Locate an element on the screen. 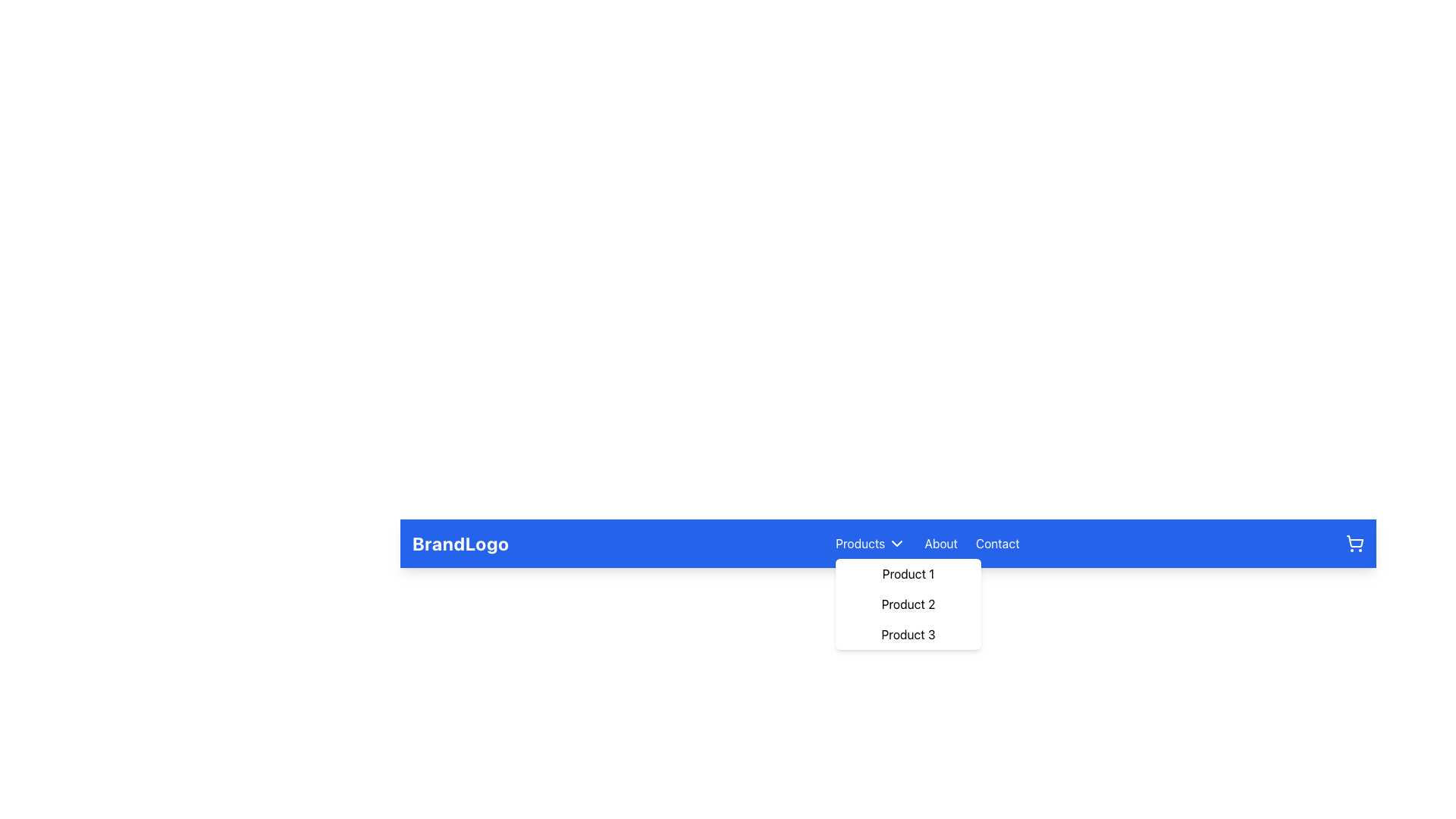  the fourth navigation link between the 'Products' and 'Contact' labels is located at coordinates (940, 543).